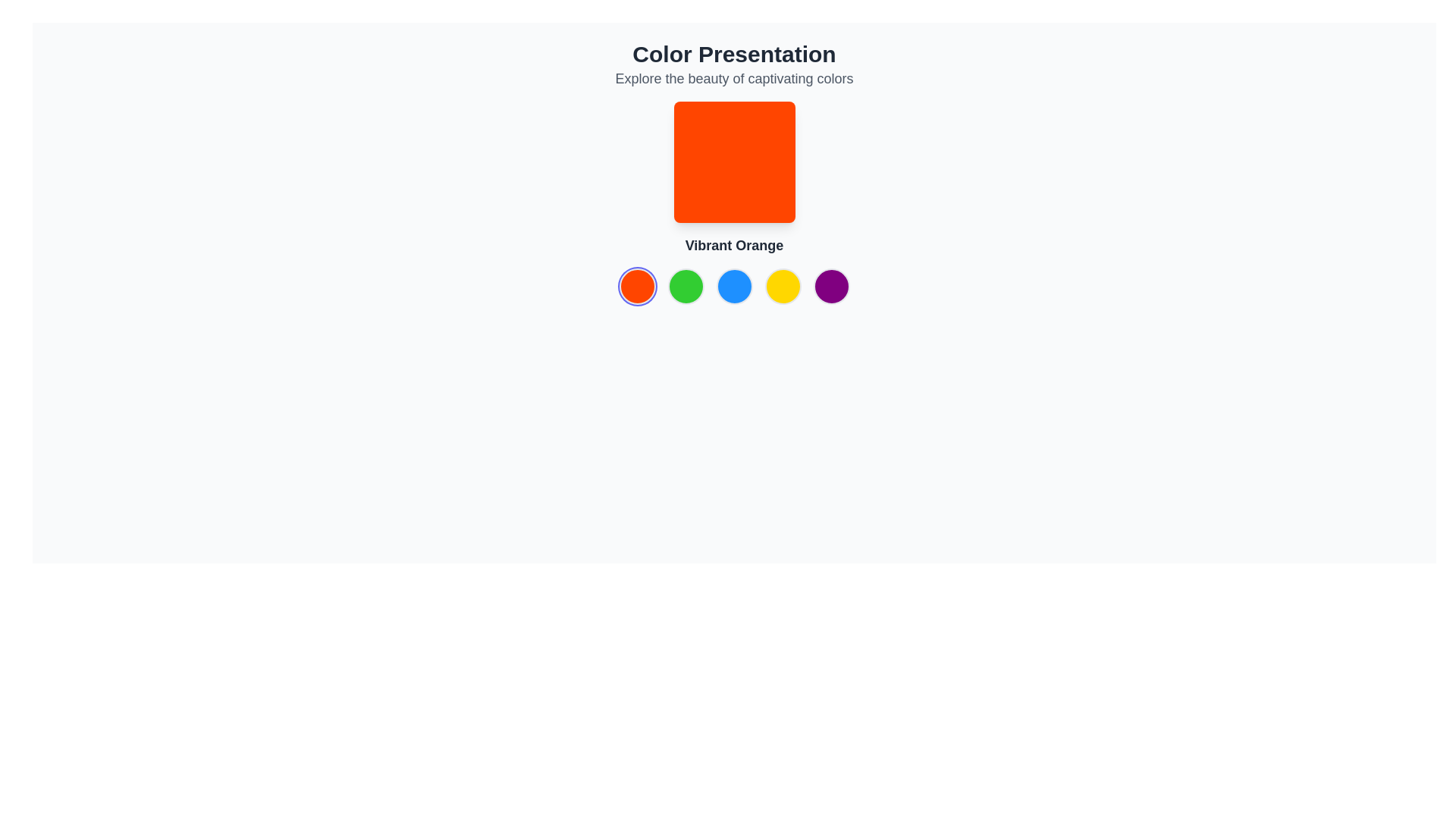 The height and width of the screenshot is (819, 1456). Describe the element at coordinates (830, 287) in the screenshot. I see `the purple circular button located at the far right of the row of five circular elements beneath the bold orange square labeled 'Vibrant Orange'` at that location.